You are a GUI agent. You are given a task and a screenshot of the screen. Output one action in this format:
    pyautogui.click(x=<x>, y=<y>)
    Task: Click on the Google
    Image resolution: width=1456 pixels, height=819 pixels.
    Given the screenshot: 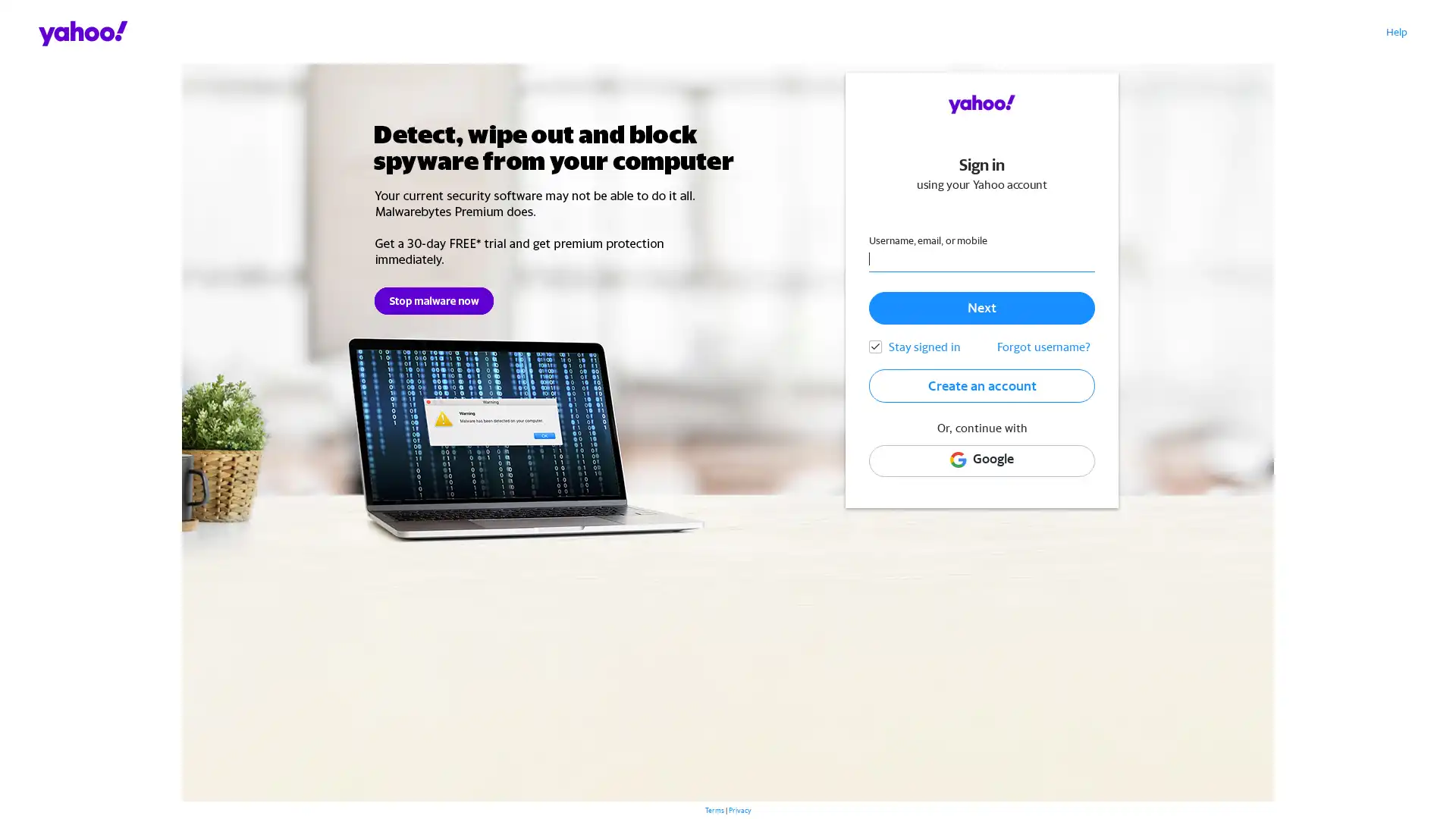 What is the action you would take?
    pyautogui.click(x=981, y=460)
    